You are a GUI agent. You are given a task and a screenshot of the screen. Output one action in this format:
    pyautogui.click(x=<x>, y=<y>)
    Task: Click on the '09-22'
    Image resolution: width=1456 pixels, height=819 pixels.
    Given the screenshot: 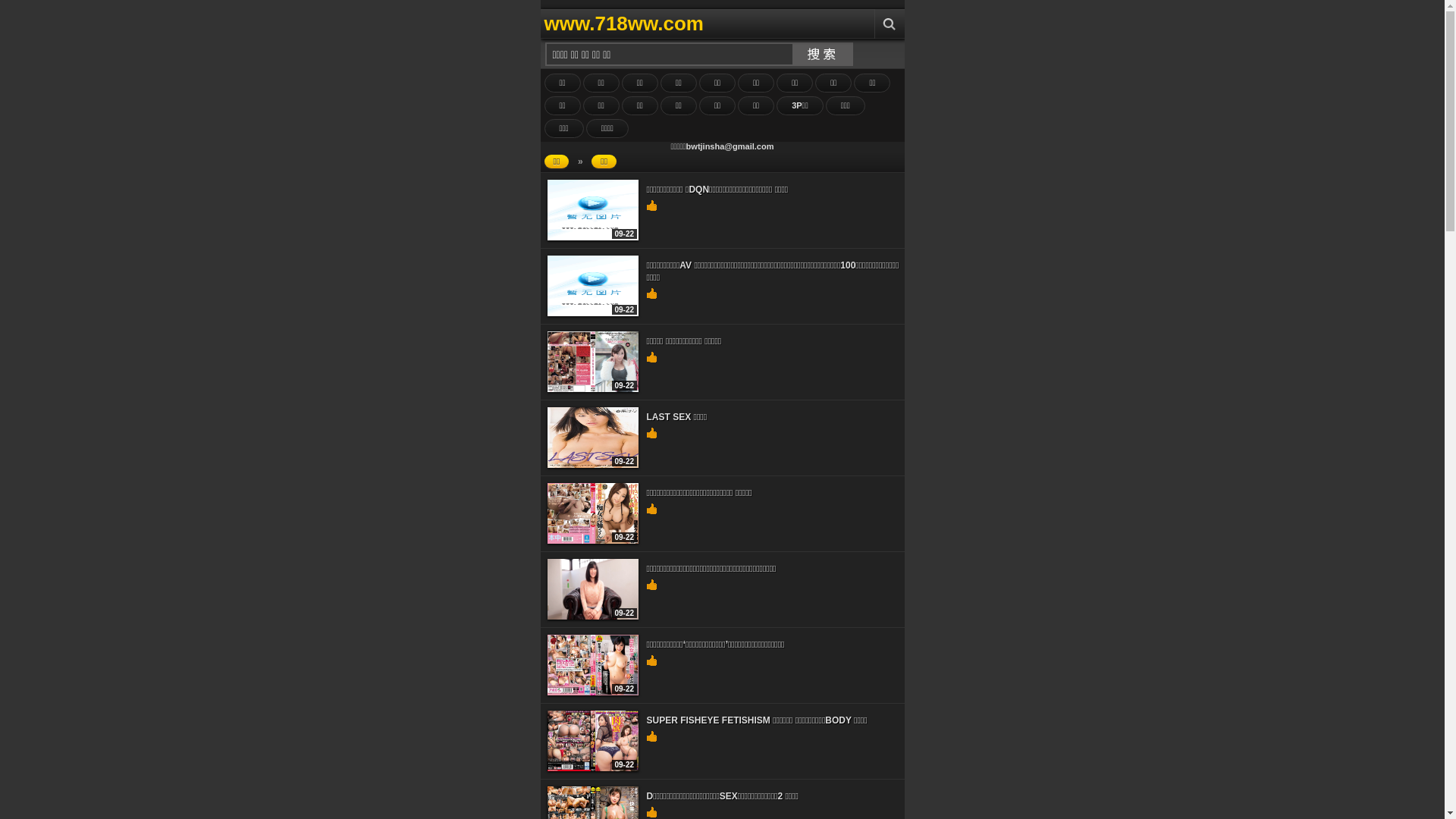 What is the action you would take?
    pyautogui.click(x=592, y=464)
    